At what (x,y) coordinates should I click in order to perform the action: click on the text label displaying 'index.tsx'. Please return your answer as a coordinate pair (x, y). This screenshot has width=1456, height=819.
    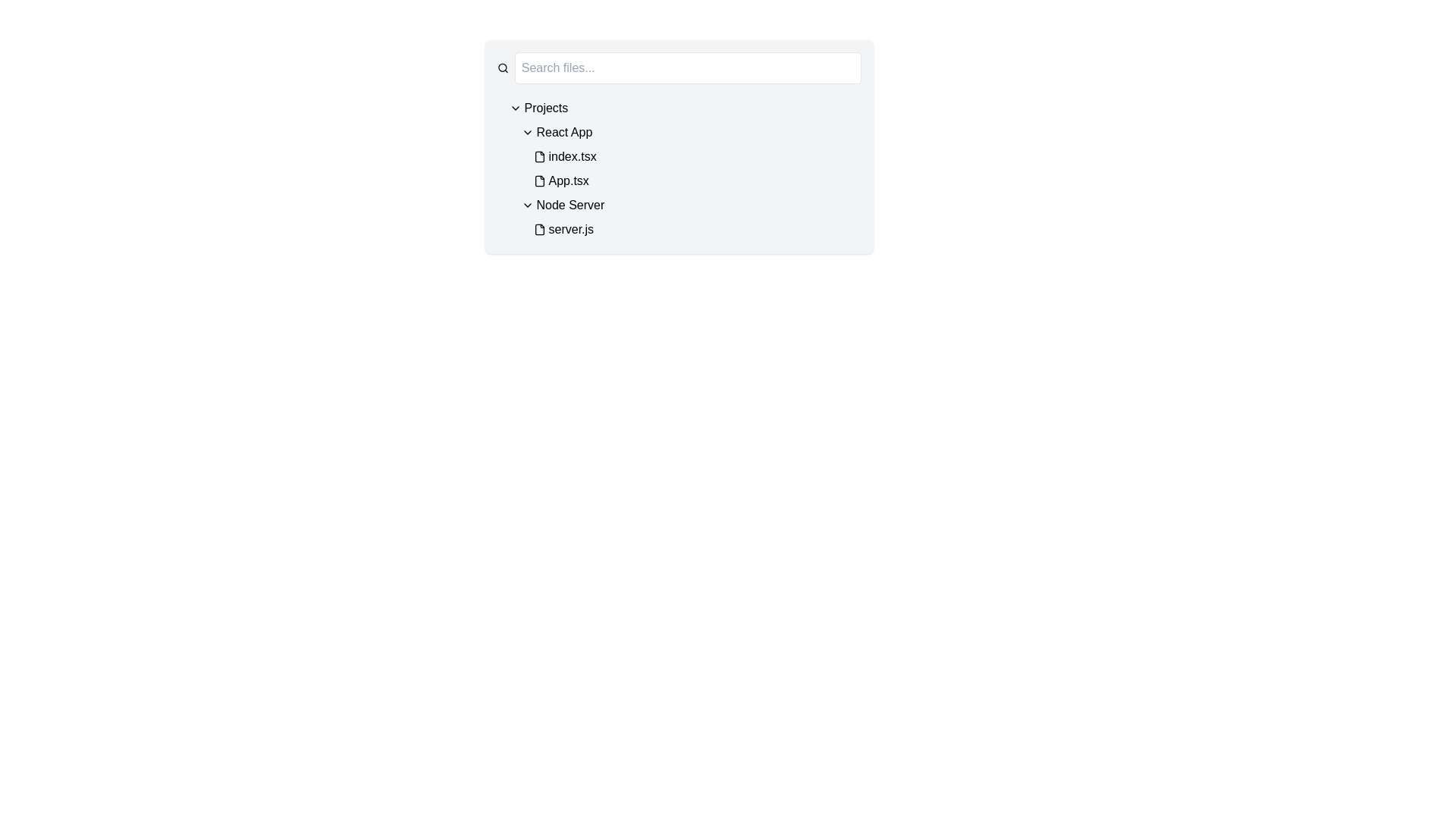
    Looking at the image, I should click on (572, 157).